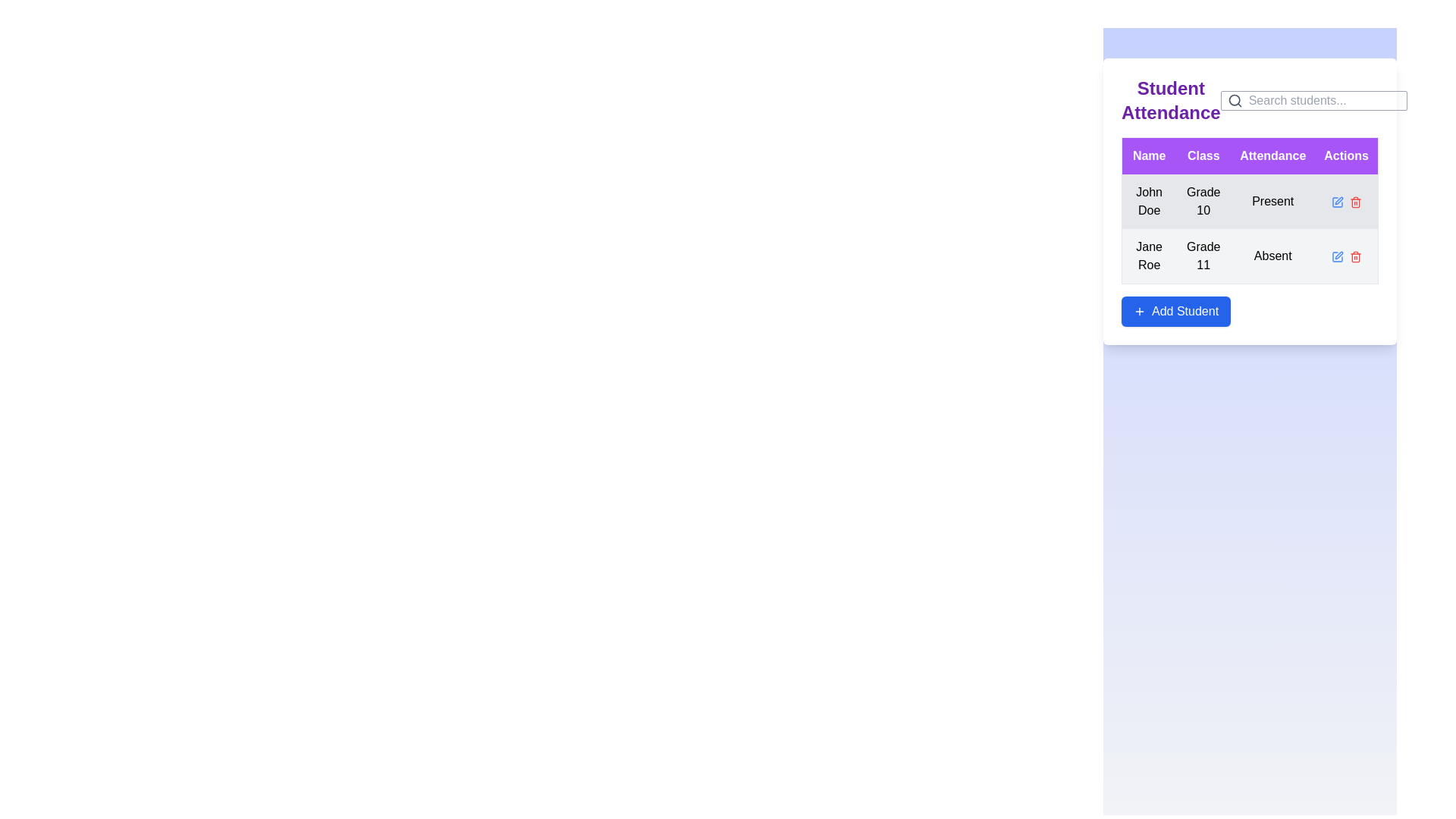 The height and width of the screenshot is (819, 1456). What do you see at coordinates (1203, 201) in the screenshot?
I see `text label indicating the class grade for 'John Doe', located in the second column of the first row of the data table under the header 'Class'` at bounding box center [1203, 201].